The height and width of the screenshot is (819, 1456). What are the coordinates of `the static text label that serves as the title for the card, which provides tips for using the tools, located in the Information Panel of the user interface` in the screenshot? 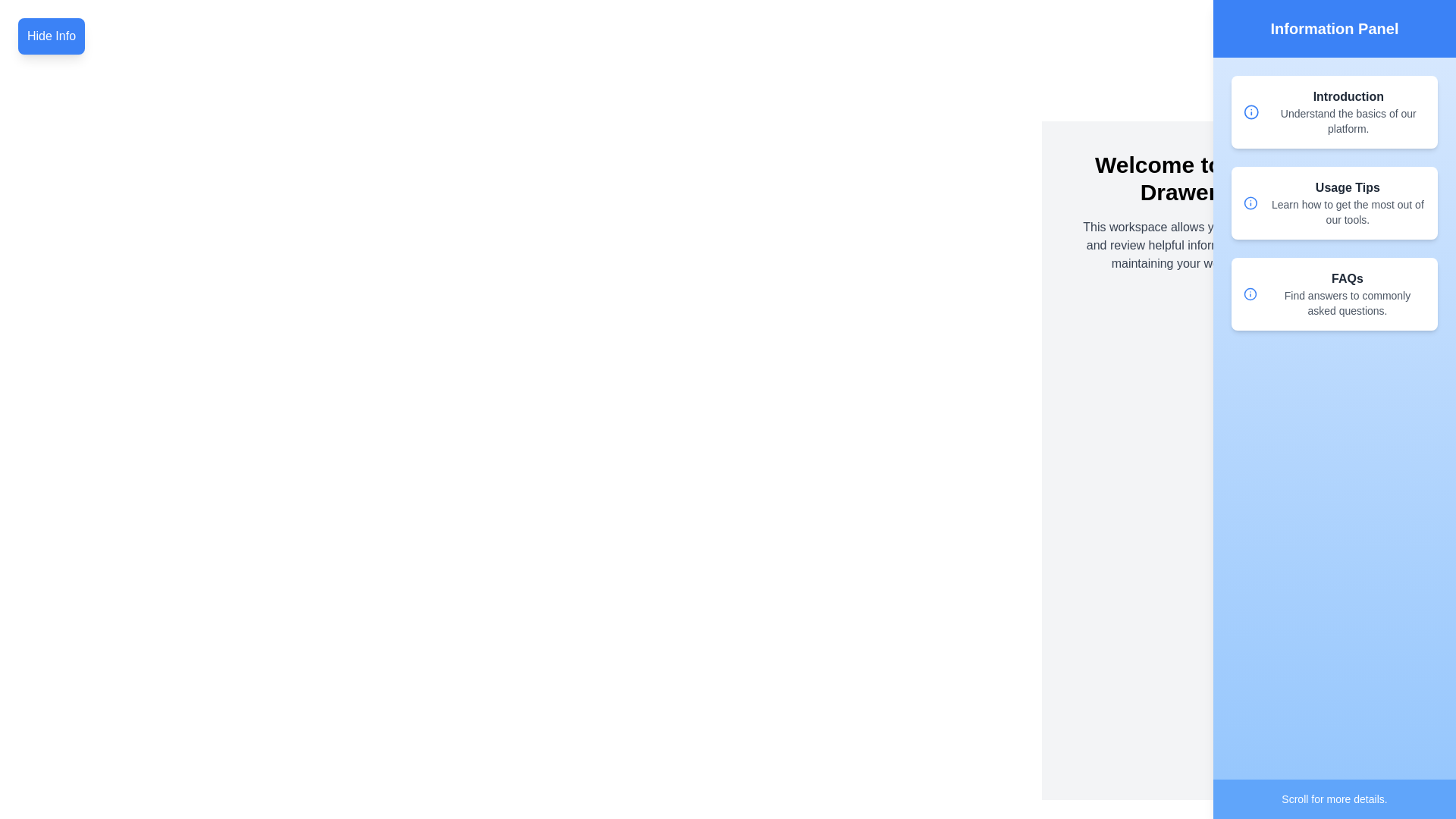 It's located at (1348, 187).